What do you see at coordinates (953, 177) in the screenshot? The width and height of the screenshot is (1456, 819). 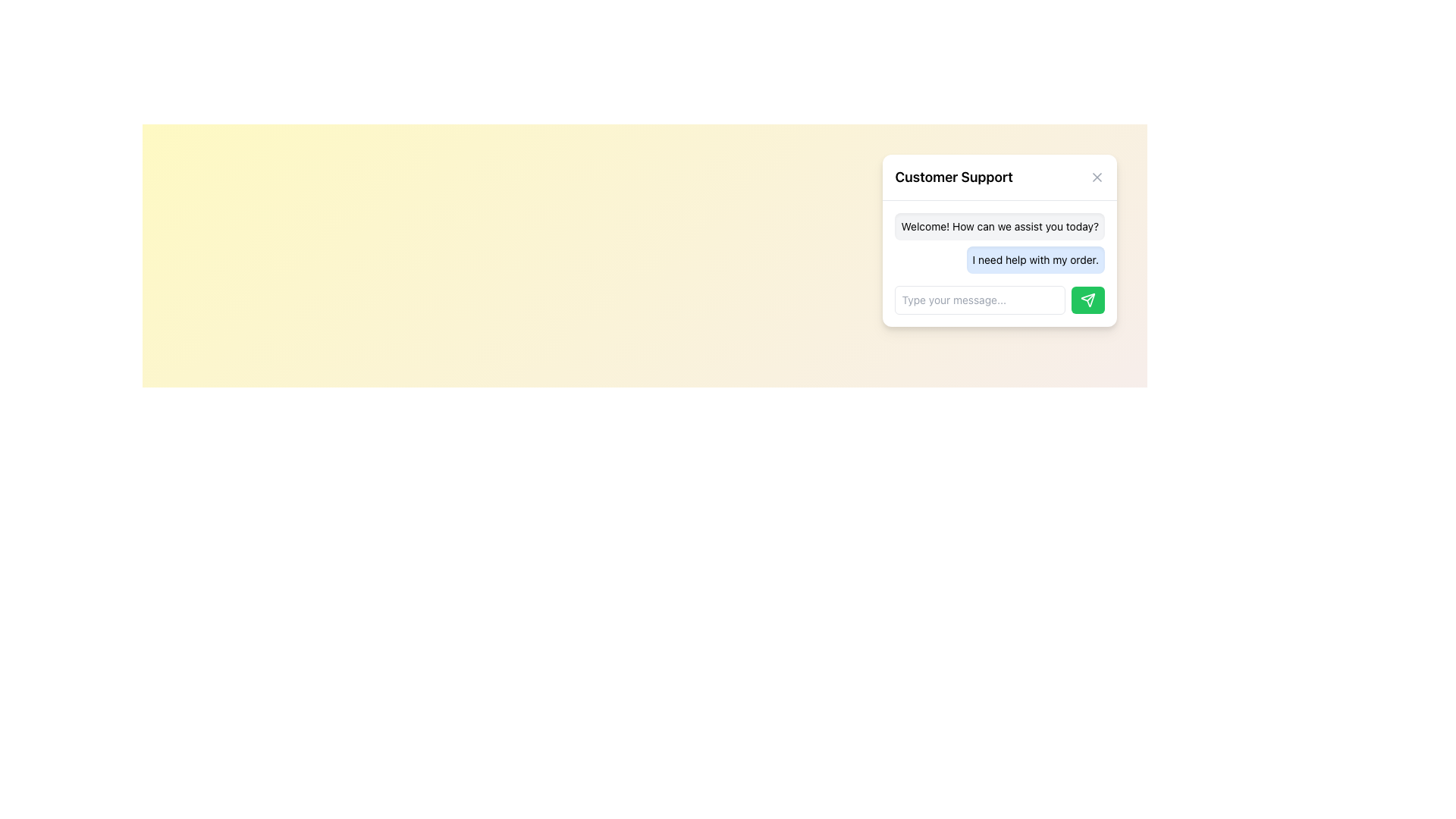 I see `the 'Customer Support' text label, which is prominently displayed at the top of the chat interface in bold font` at bounding box center [953, 177].